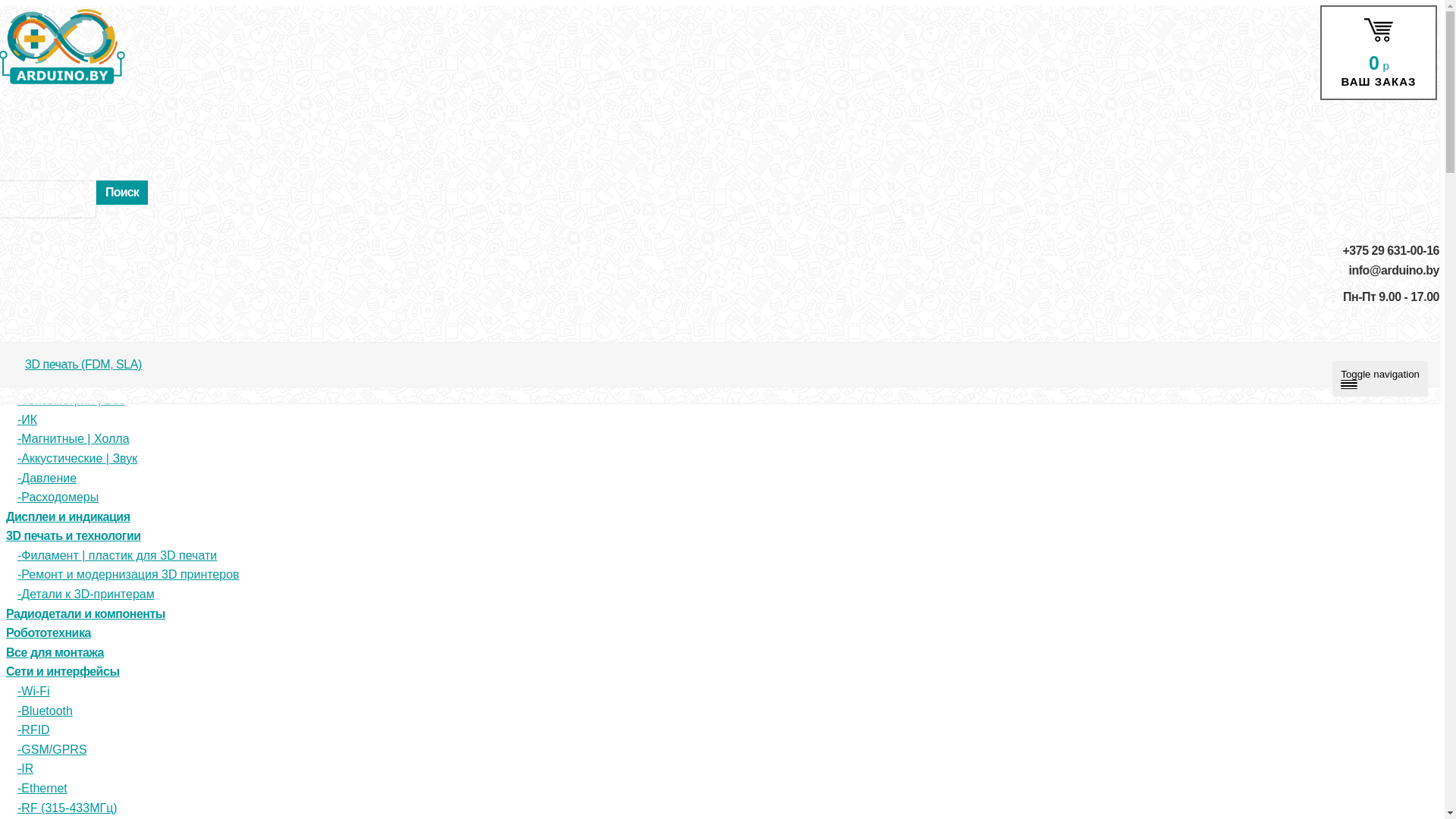  What do you see at coordinates (33, 691) in the screenshot?
I see `'Wi-Fi'` at bounding box center [33, 691].